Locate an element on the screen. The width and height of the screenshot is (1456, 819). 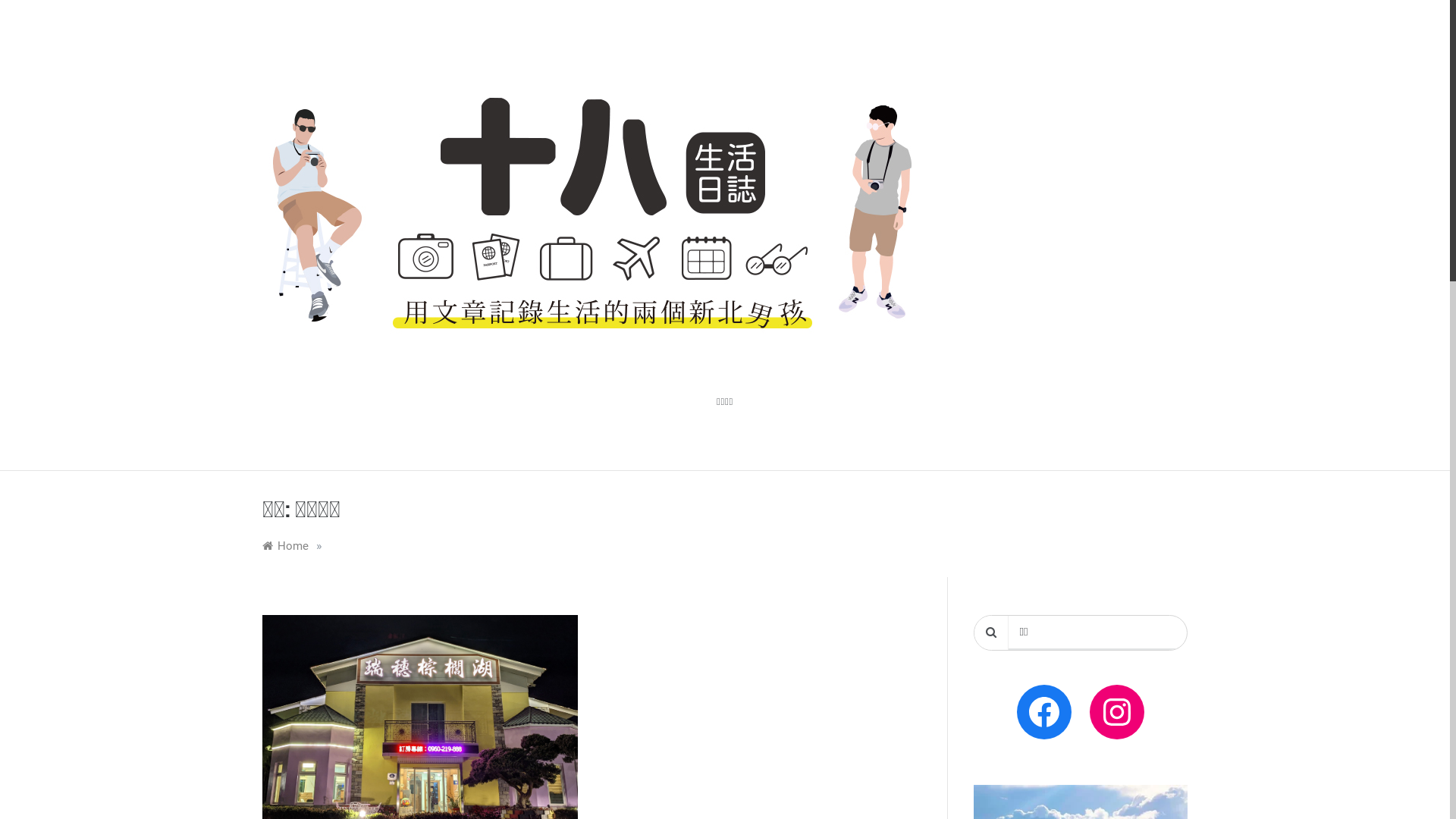
'Home' is located at coordinates (285, 546).